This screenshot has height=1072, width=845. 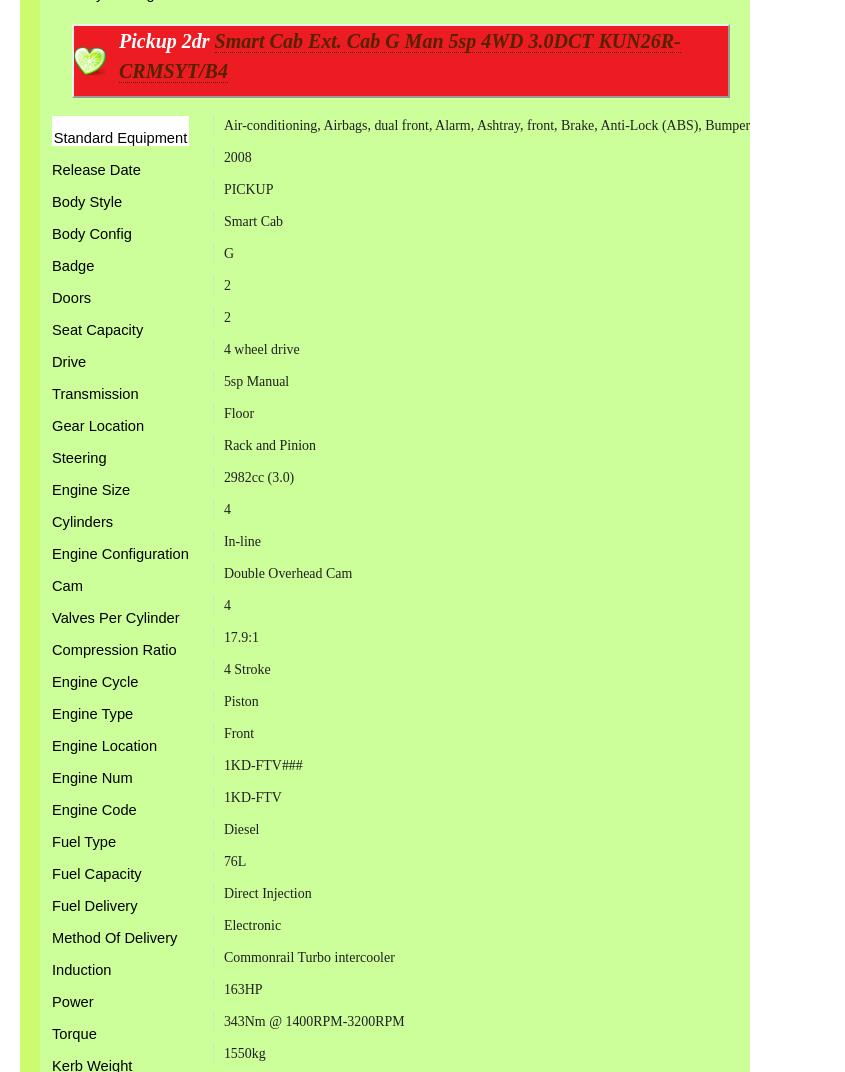 I want to click on 'Steering', so click(x=50, y=456).